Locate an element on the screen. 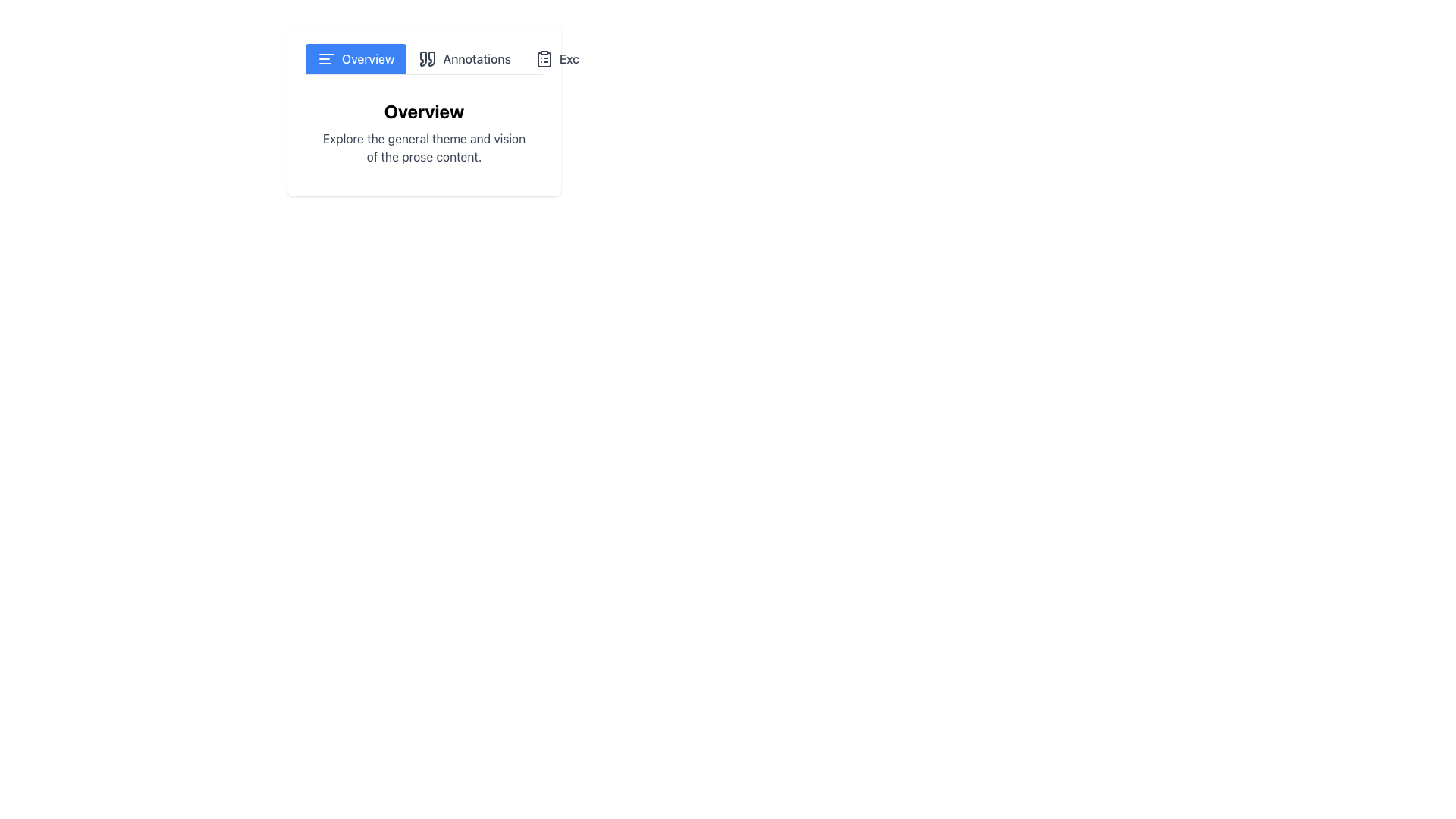 Image resolution: width=1456 pixels, height=819 pixels. the static text element that provides an informative description related to the 'Overview' title, positioned directly below it is located at coordinates (424, 148).